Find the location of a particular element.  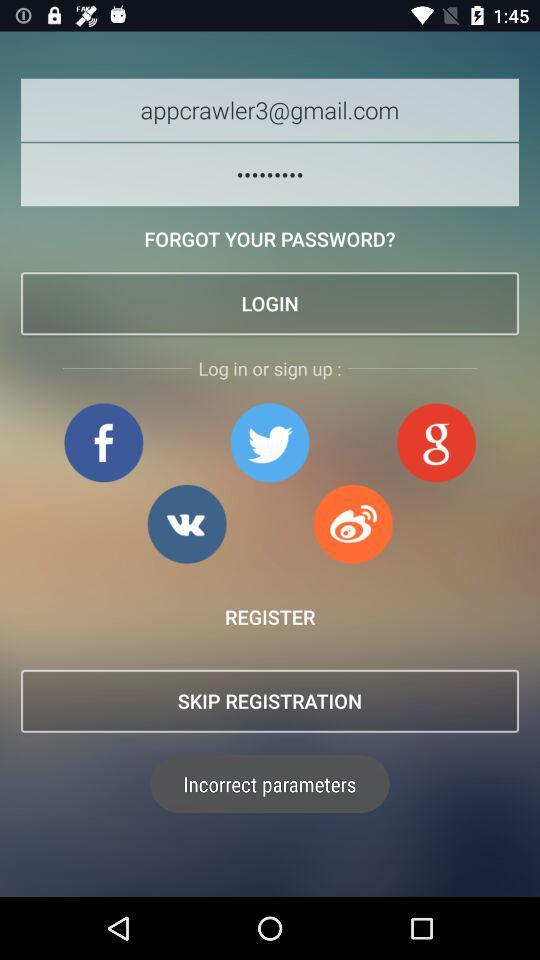

wifi user is located at coordinates (352, 523).